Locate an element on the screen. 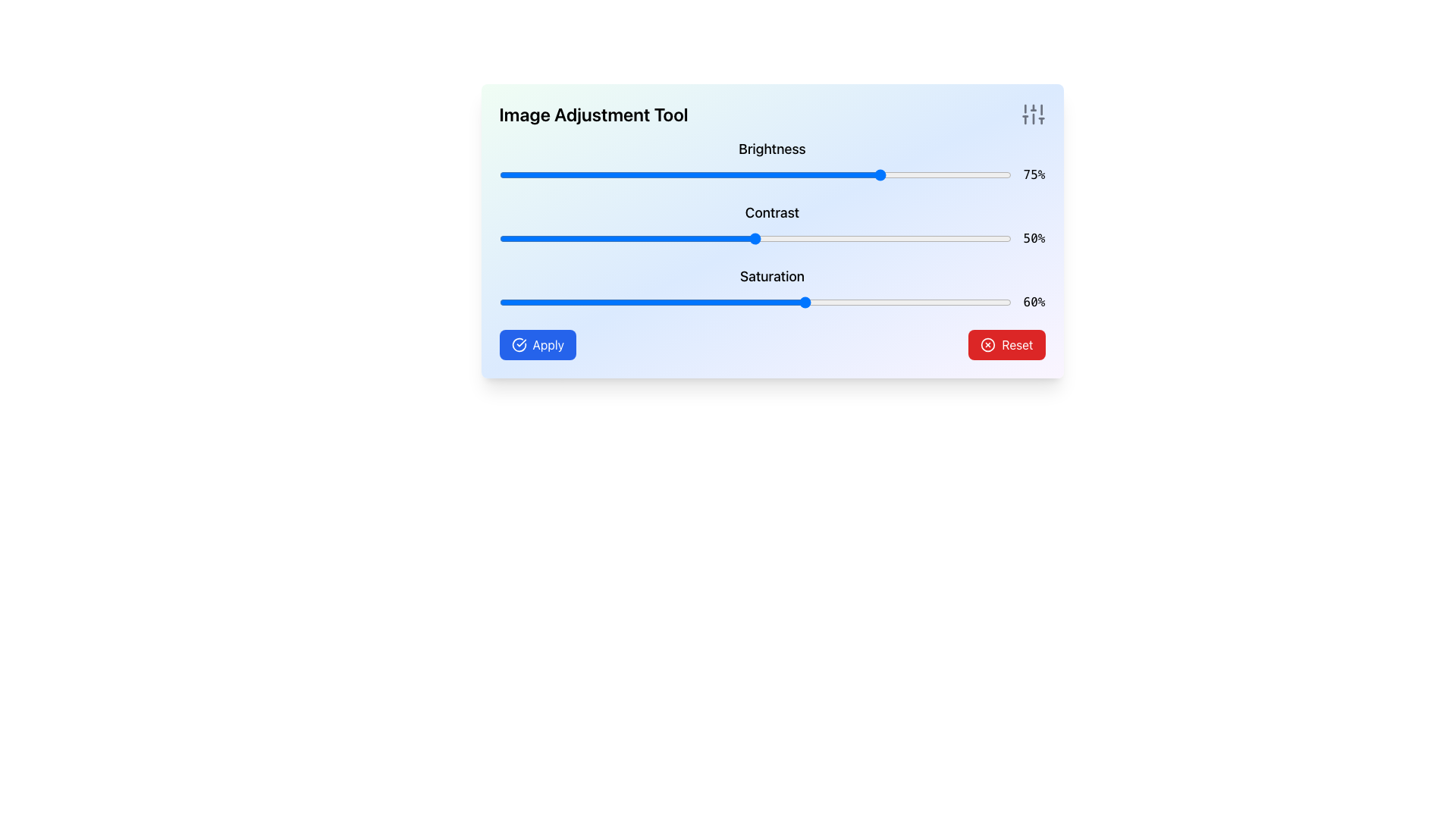 This screenshot has width=1456, height=819. brightness is located at coordinates (755, 174).